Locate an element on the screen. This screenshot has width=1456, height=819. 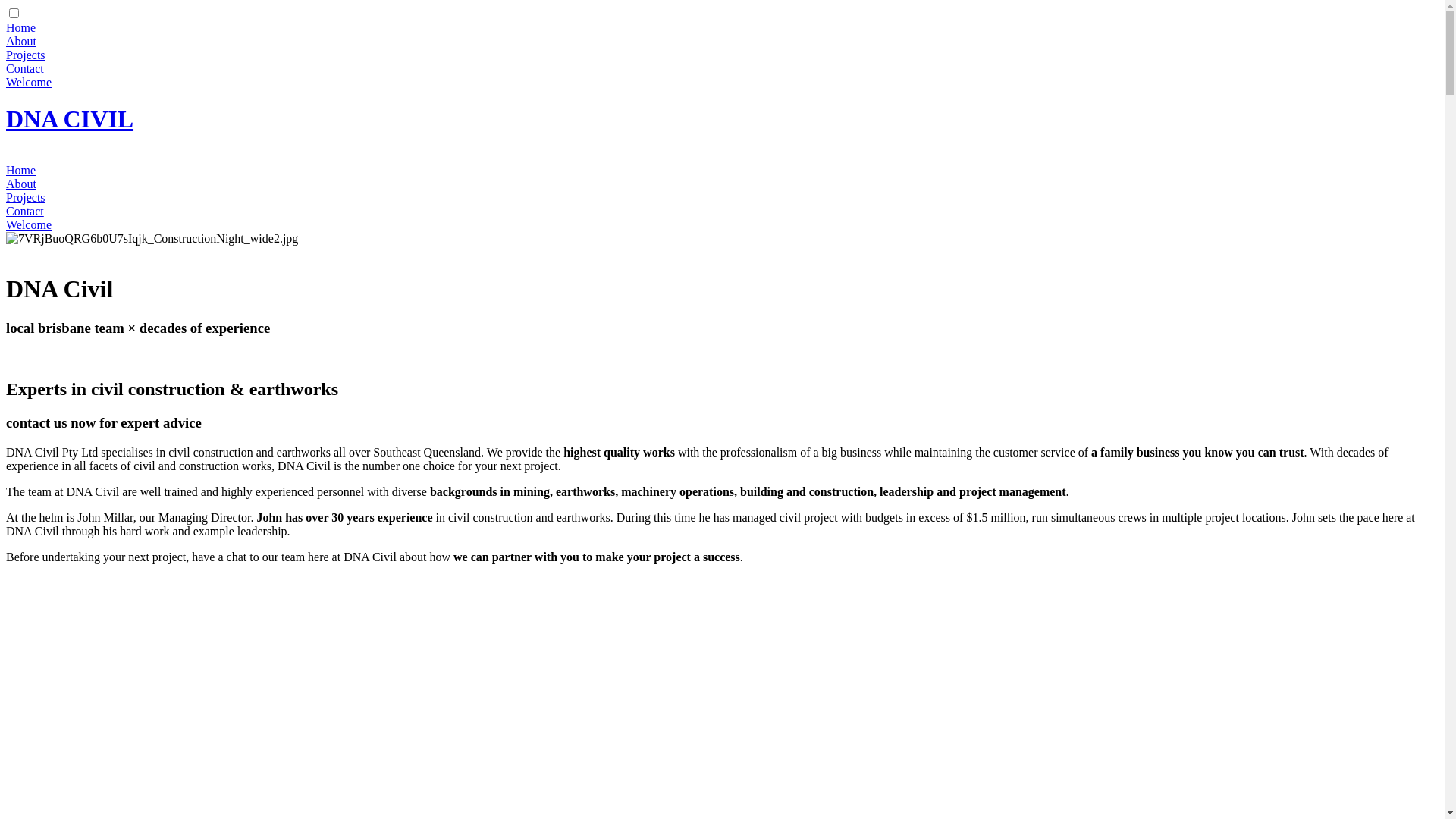
'Projects' is located at coordinates (25, 54).